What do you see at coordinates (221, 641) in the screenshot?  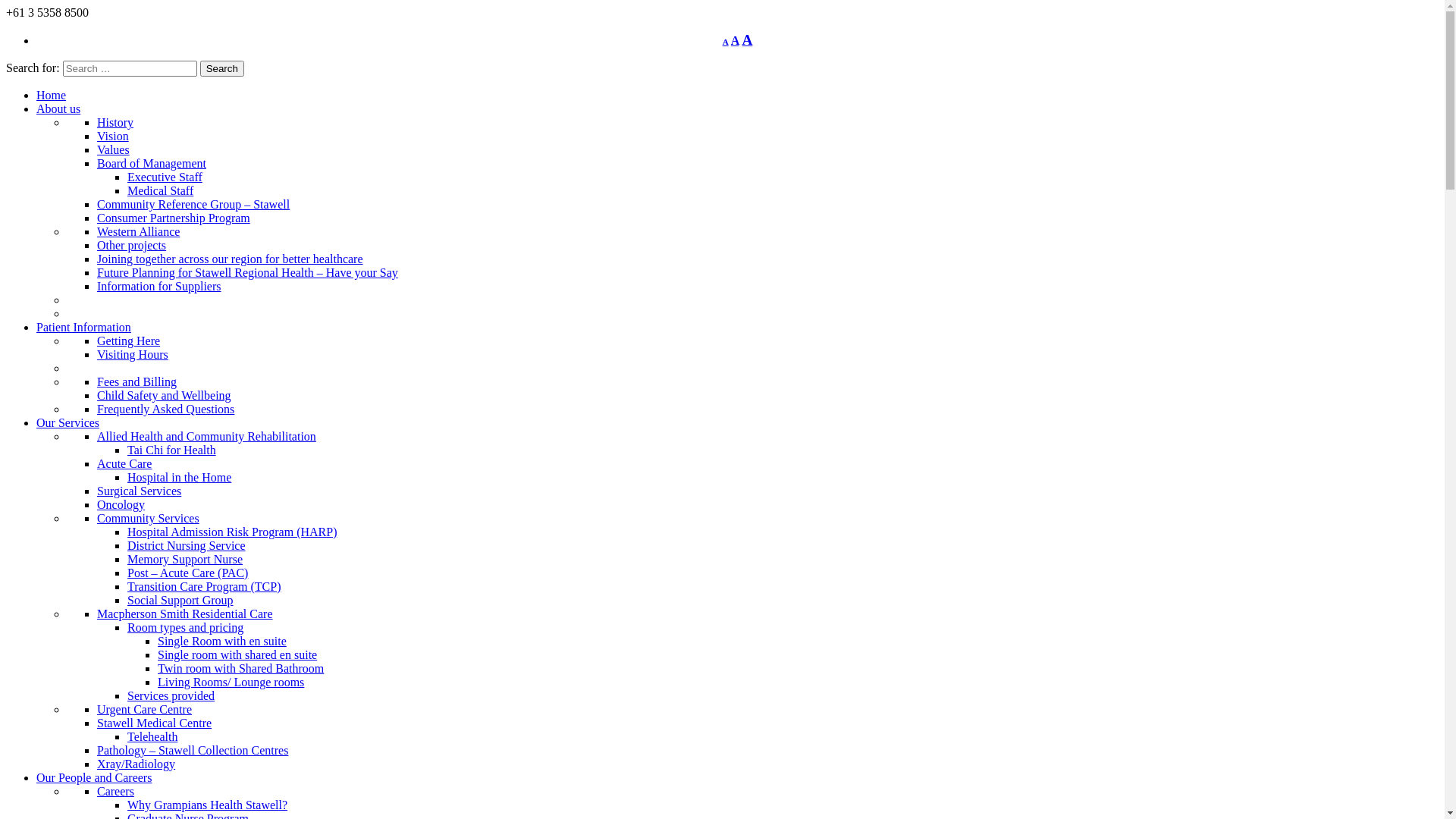 I see `'Single Room with en suite'` at bounding box center [221, 641].